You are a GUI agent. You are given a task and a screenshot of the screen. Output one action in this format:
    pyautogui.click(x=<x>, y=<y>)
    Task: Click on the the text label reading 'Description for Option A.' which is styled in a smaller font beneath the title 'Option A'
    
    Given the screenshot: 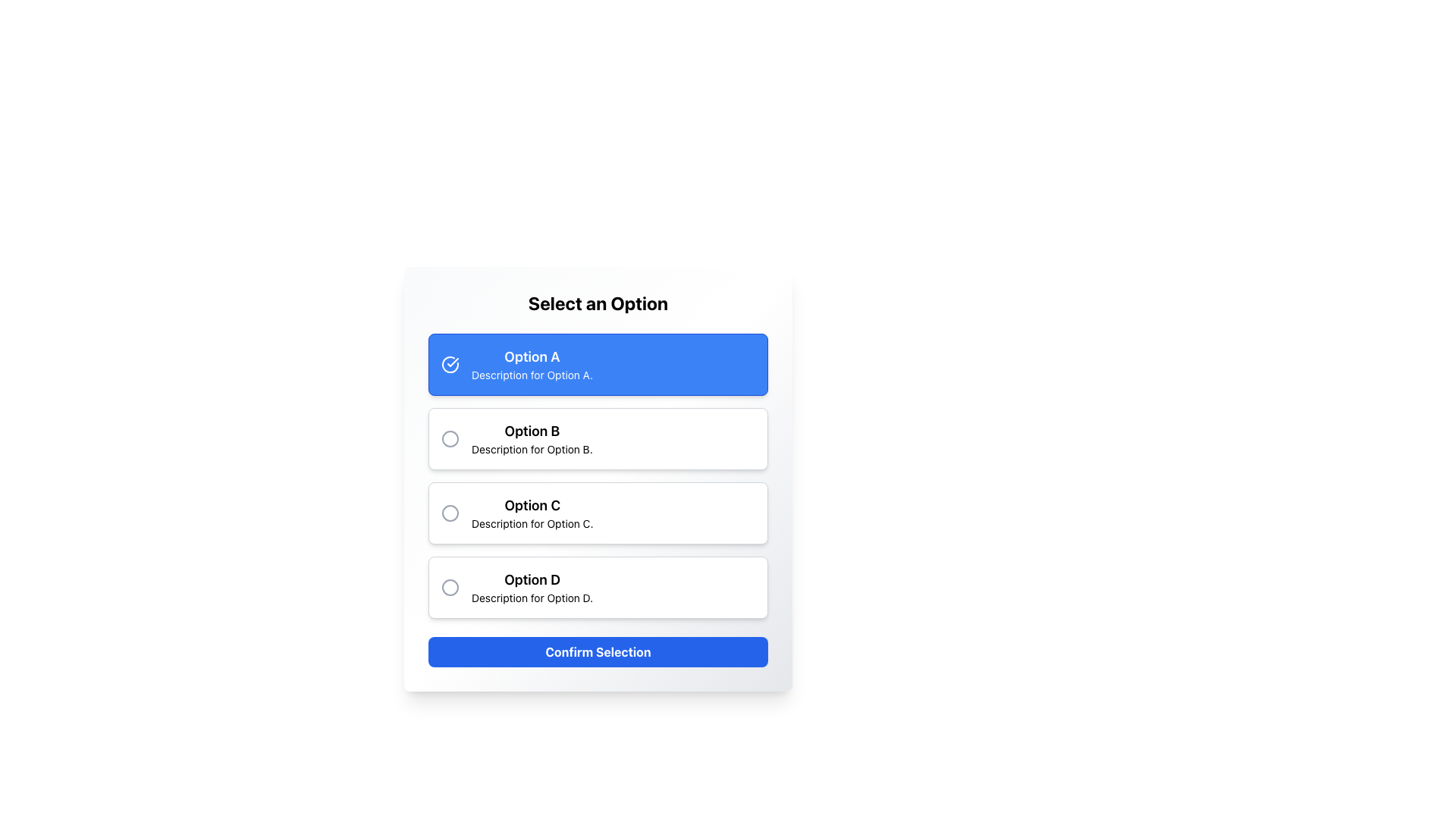 What is the action you would take?
    pyautogui.click(x=532, y=375)
    